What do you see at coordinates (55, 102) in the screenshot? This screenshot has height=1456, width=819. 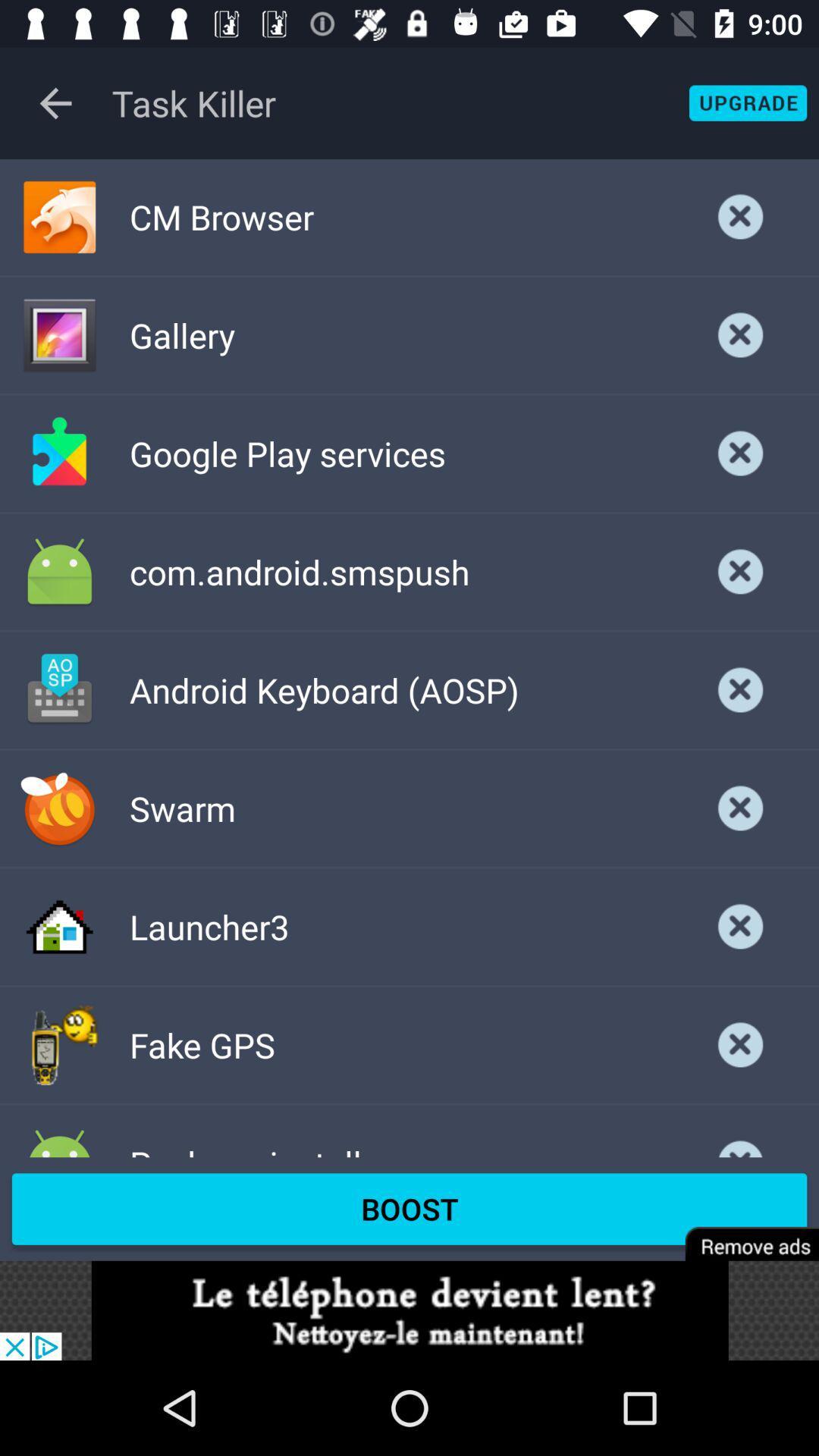 I see `go back` at bounding box center [55, 102].